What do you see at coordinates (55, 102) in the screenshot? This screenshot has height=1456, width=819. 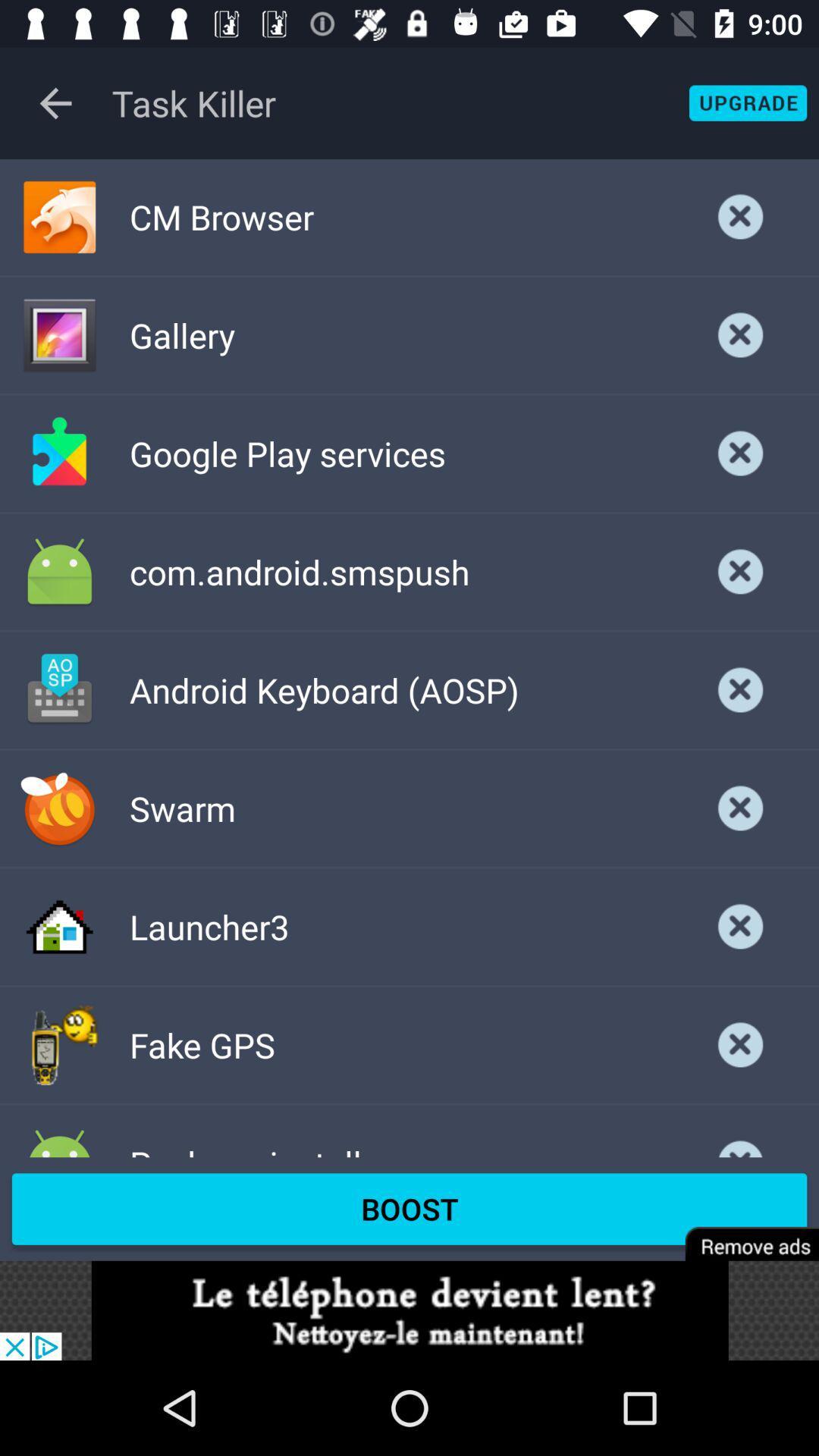 I see `go back` at bounding box center [55, 102].